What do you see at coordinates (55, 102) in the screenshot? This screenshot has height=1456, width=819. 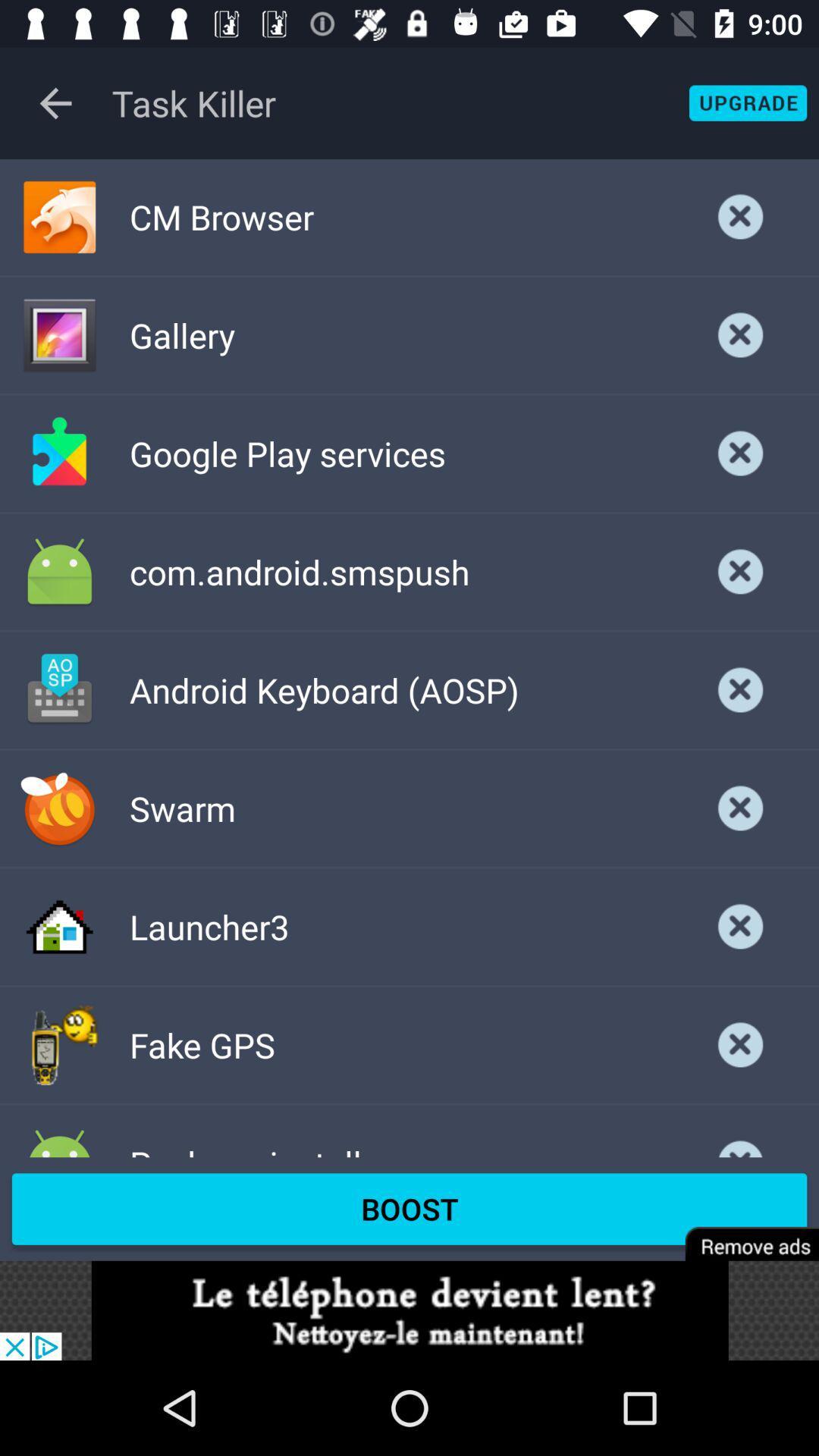 I see `go back` at bounding box center [55, 102].